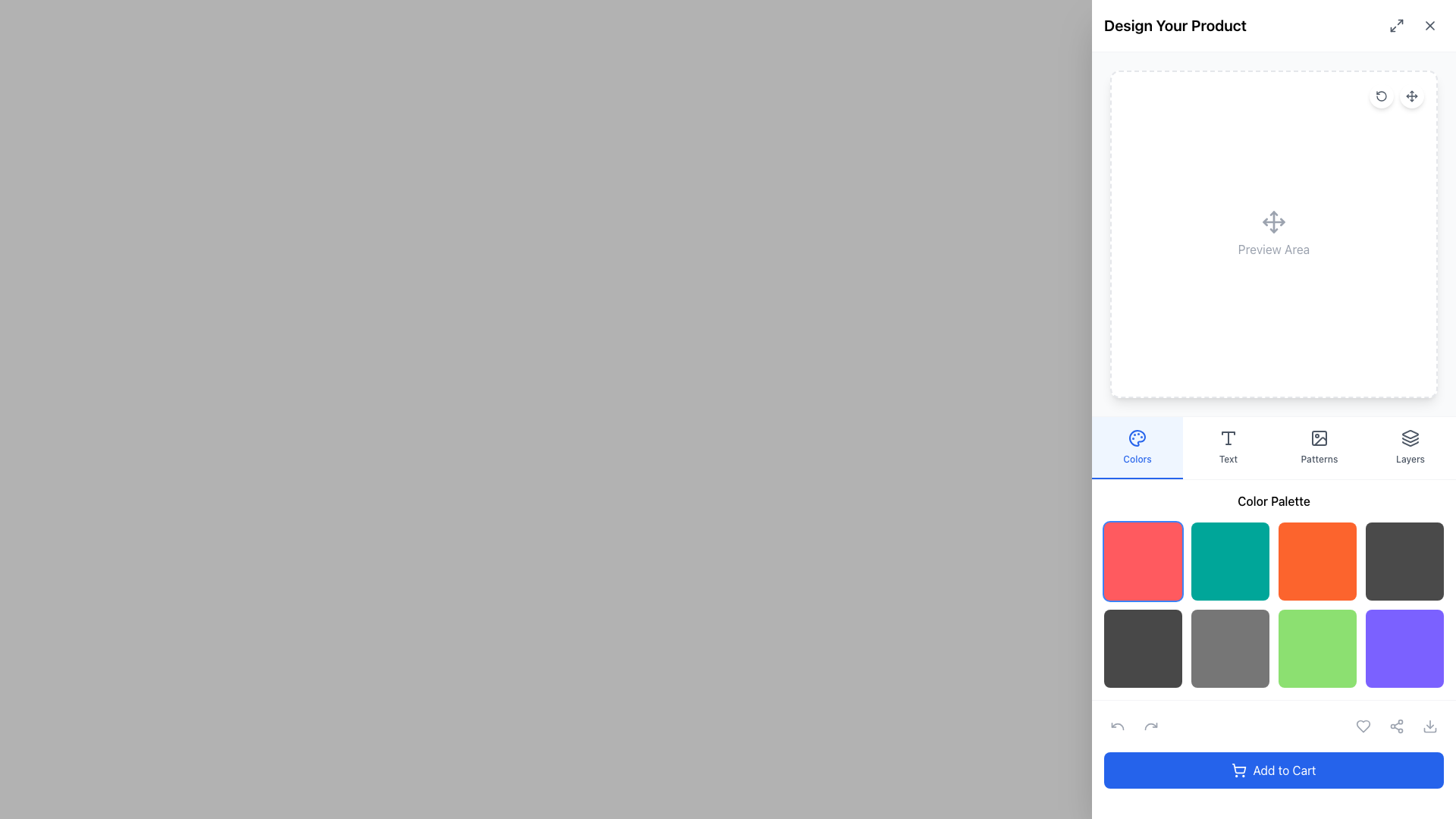  Describe the element at coordinates (1228, 447) in the screenshot. I see `the text tool button with an icon and label, which is located in the second position from the left in a horizontal row of buttons below the preview area and above the color palette section` at that location.